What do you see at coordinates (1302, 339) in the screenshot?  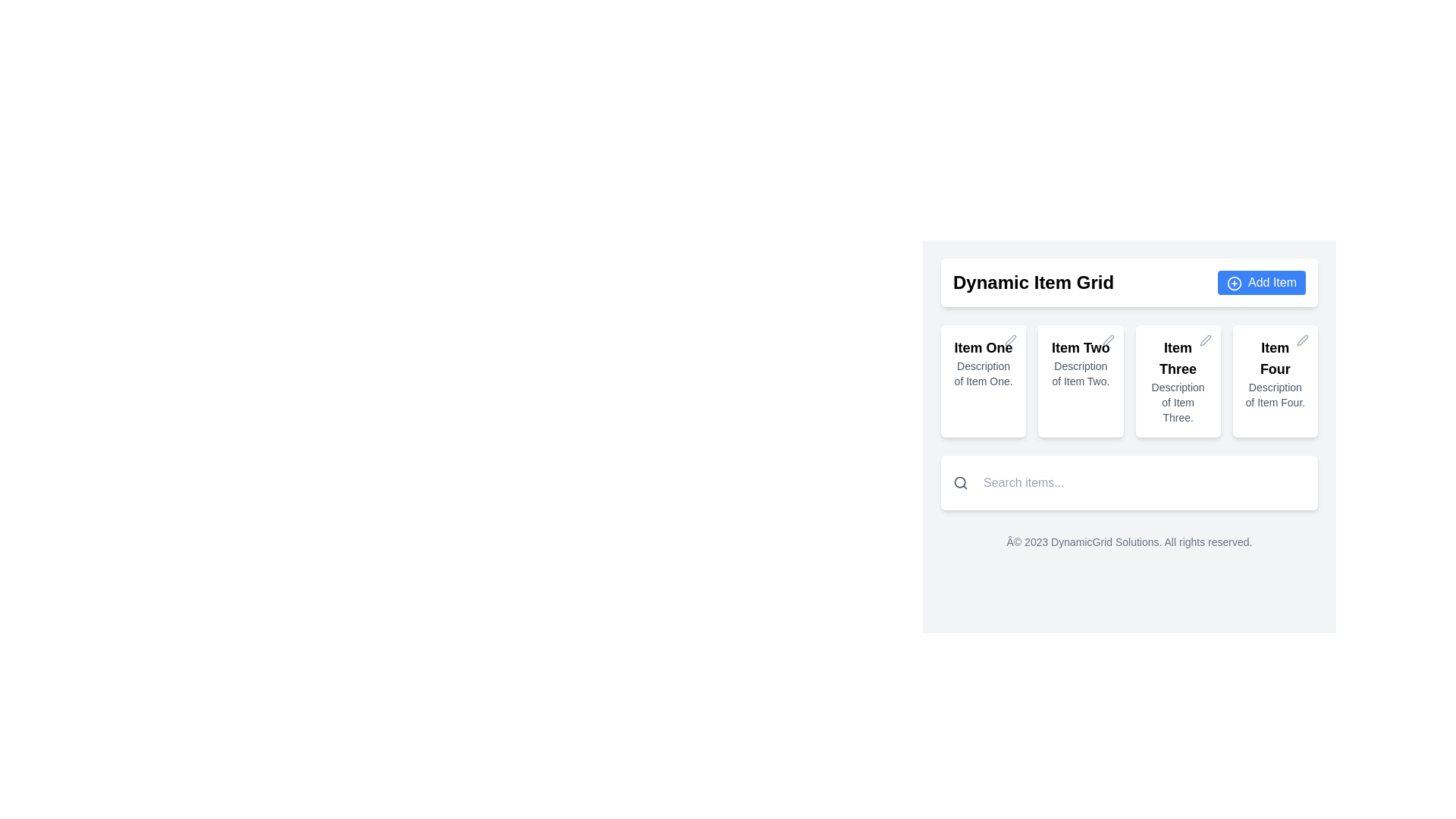 I see `the edit icon located in the top-right corner of the 'Item Four' card` at bounding box center [1302, 339].